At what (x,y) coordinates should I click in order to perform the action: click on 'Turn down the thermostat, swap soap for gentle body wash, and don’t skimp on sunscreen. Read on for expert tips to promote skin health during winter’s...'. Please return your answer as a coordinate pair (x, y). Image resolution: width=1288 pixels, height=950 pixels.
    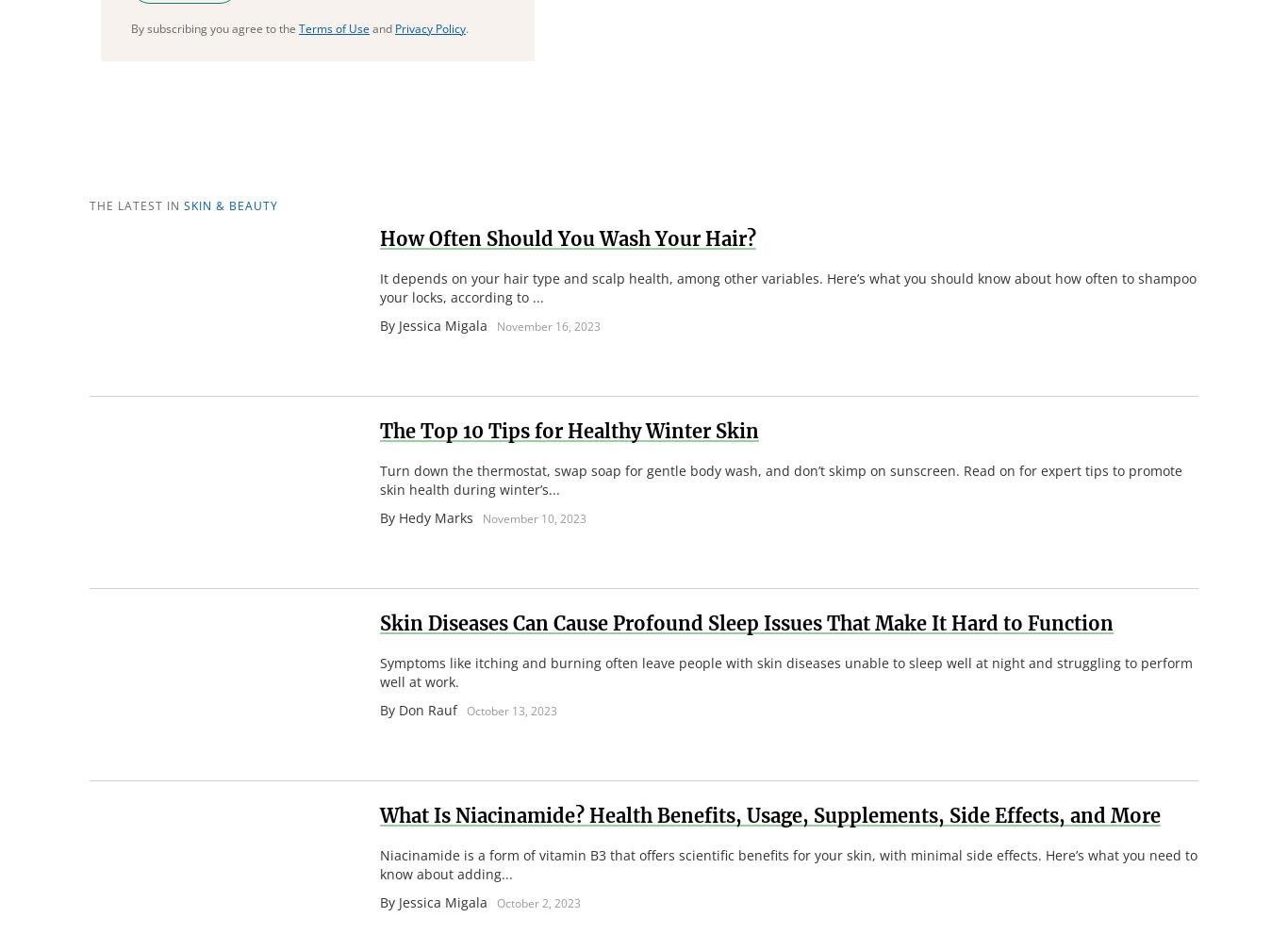
    Looking at the image, I should click on (378, 479).